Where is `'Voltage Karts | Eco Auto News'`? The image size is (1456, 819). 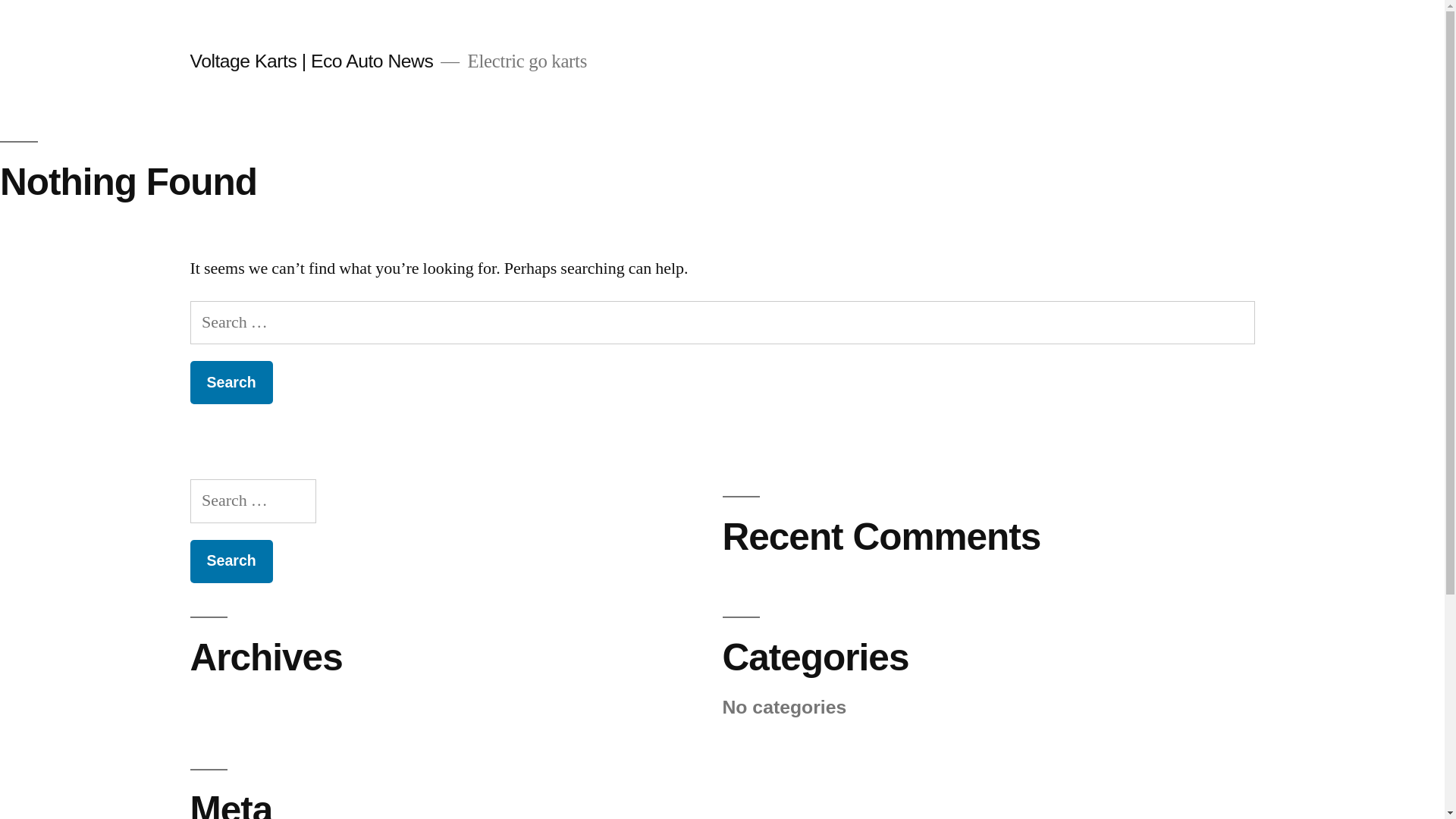 'Voltage Karts | Eco Auto News' is located at coordinates (188, 60).